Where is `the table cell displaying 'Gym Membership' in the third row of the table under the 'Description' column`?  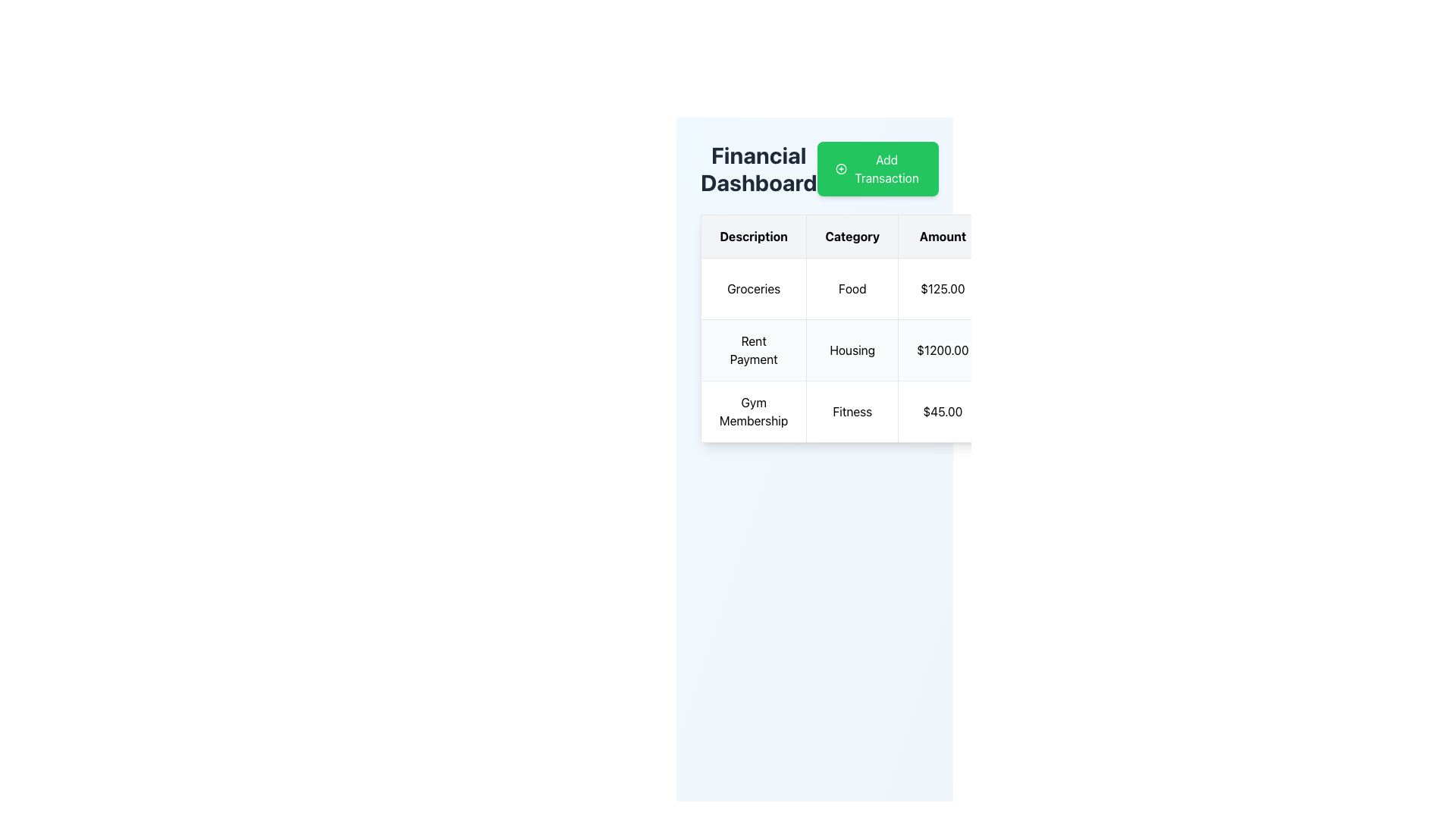
the table cell displaying 'Gym Membership' in the third row of the table under the 'Description' column is located at coordinates (754, 412).